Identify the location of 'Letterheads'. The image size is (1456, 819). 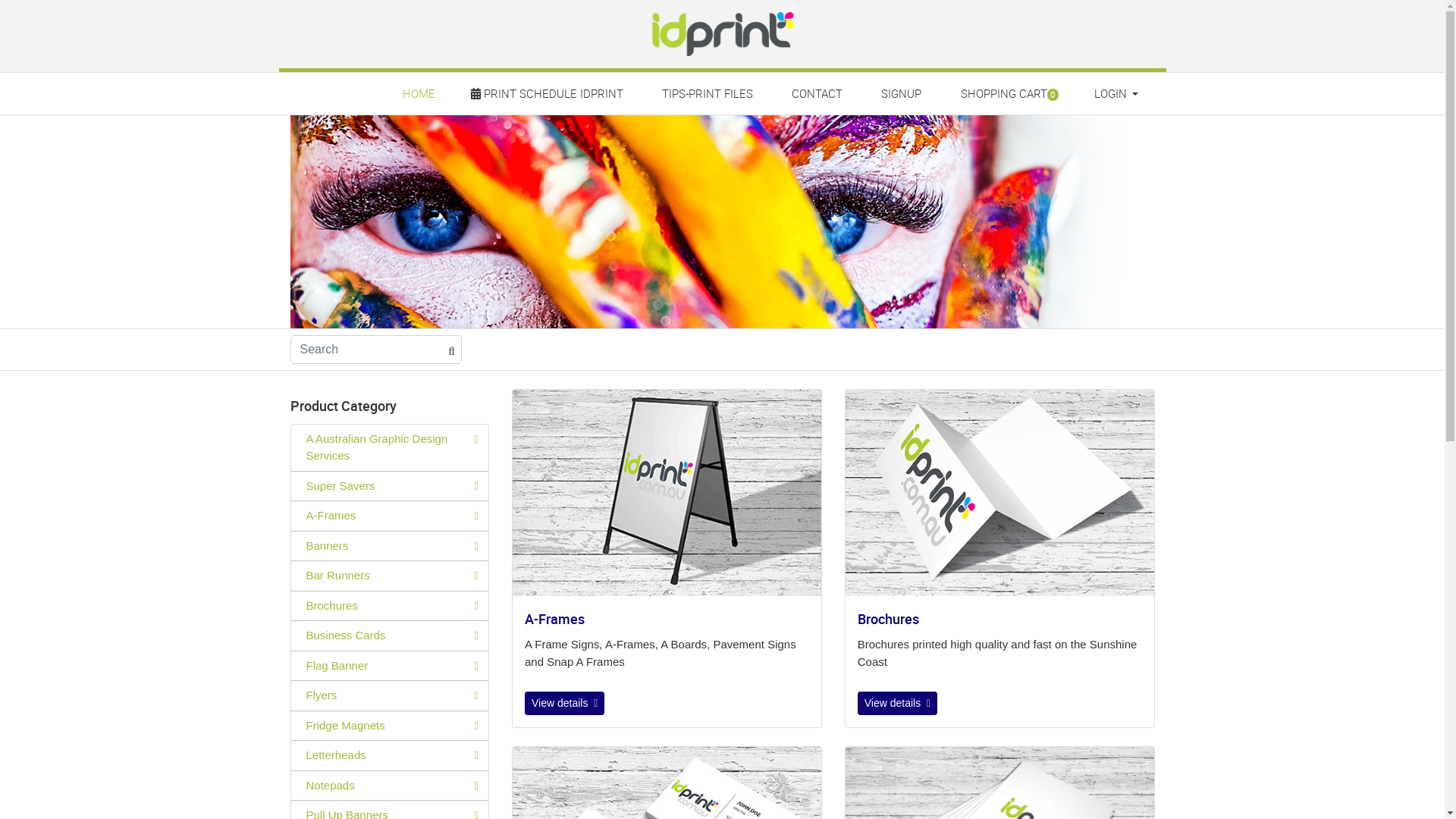
(390, 755).